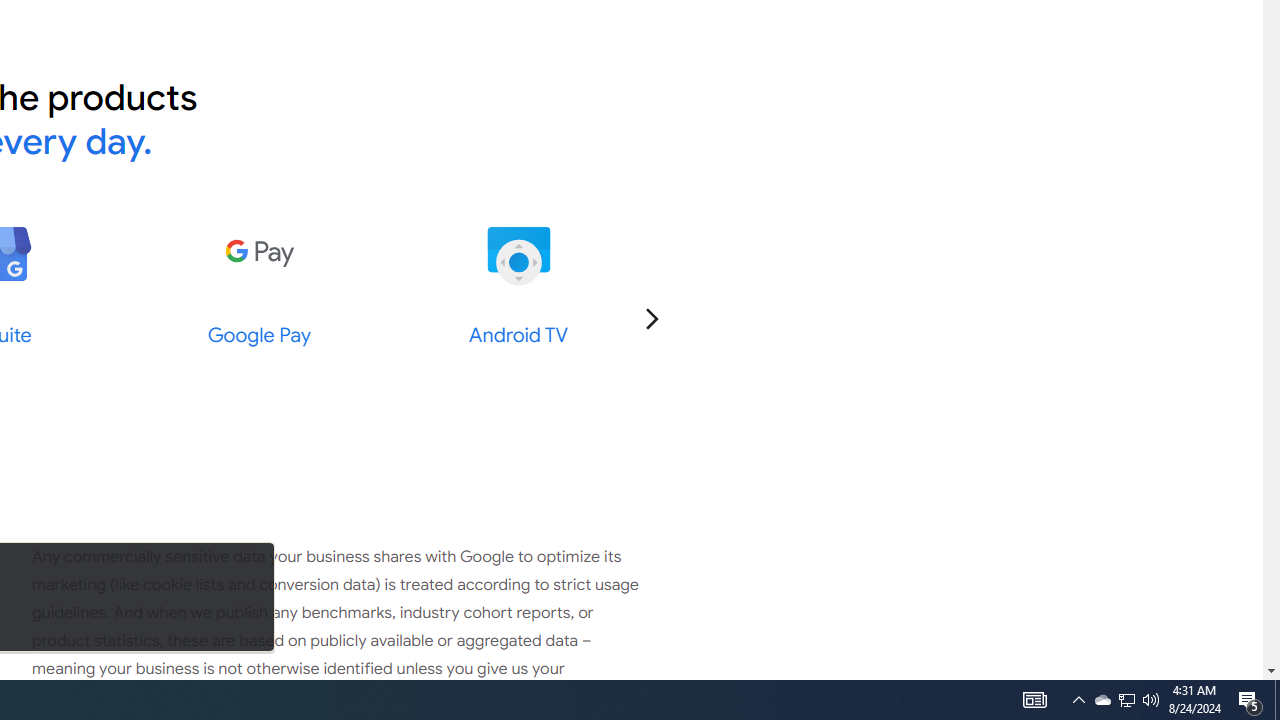 Image resolution: width=1280 pixels, height=720 pixels. What do you see at coordinates (258, 284) in the screenshot?
I see `'Google Pay Google Pay'` at bounding box center [258, 284].